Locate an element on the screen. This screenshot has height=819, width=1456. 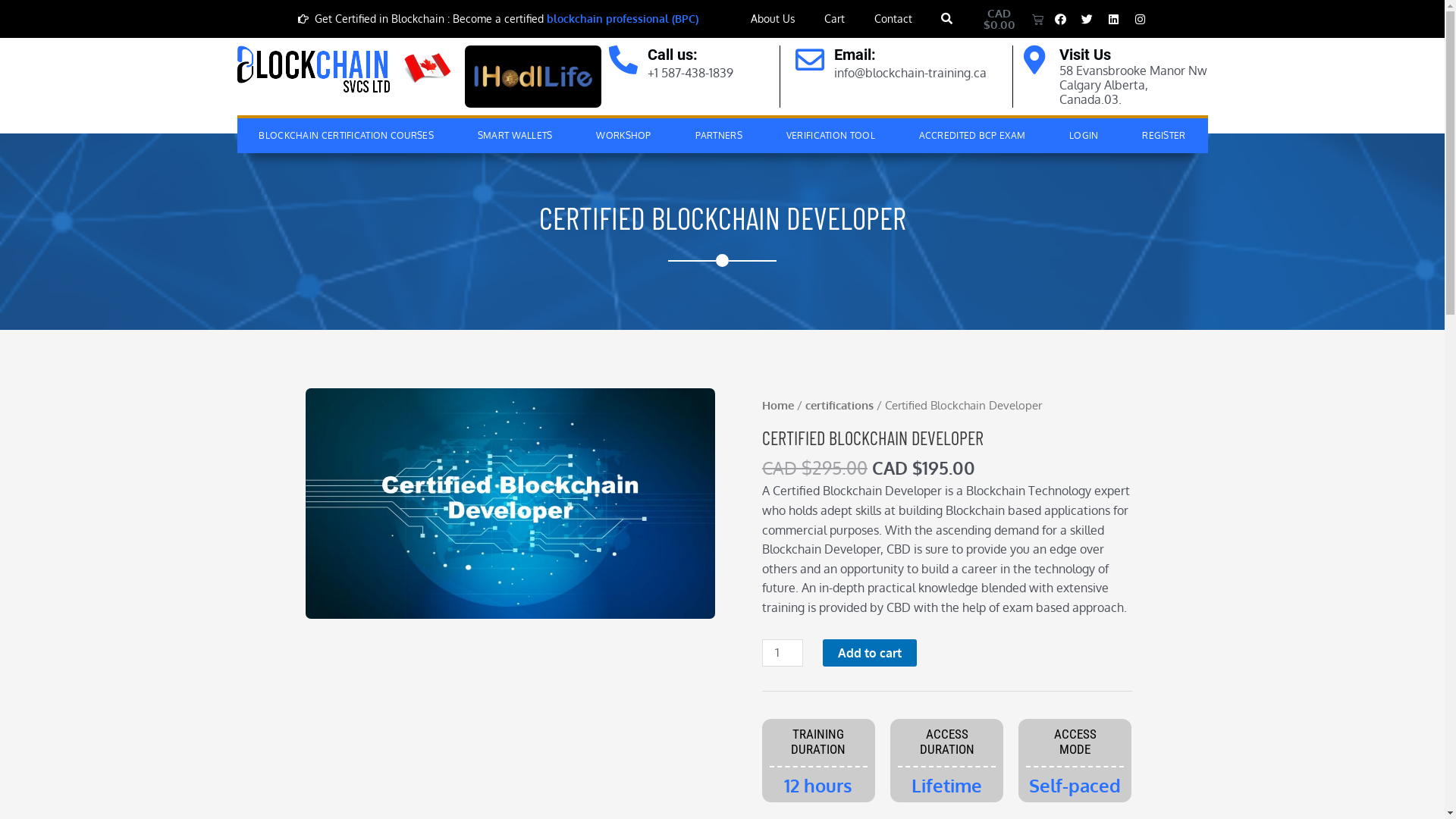
'Email:' is located at coordinates (833, 54).